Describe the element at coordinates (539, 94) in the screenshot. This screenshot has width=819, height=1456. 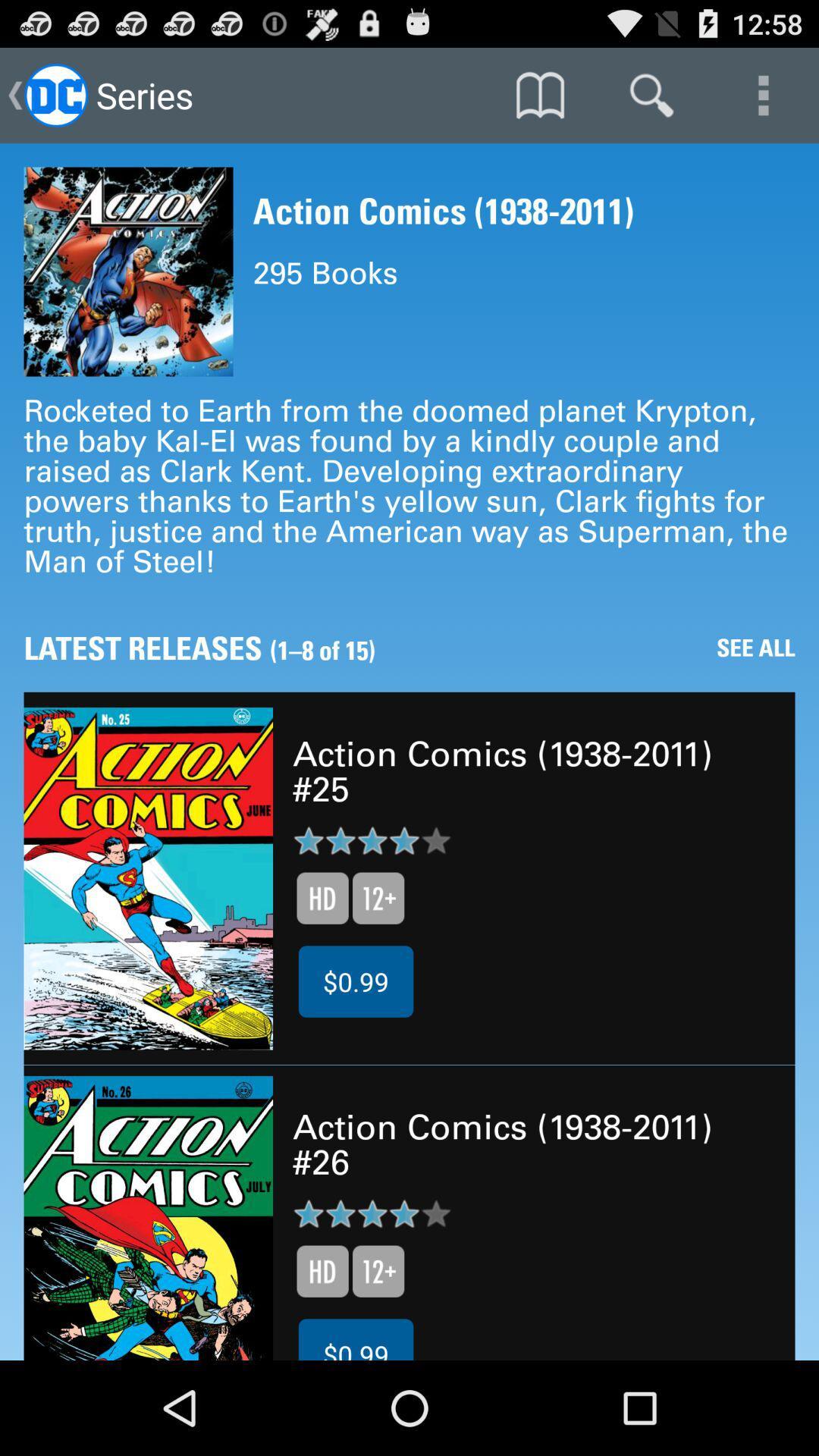
I see `the button on left to the search button on the web page` at that location.